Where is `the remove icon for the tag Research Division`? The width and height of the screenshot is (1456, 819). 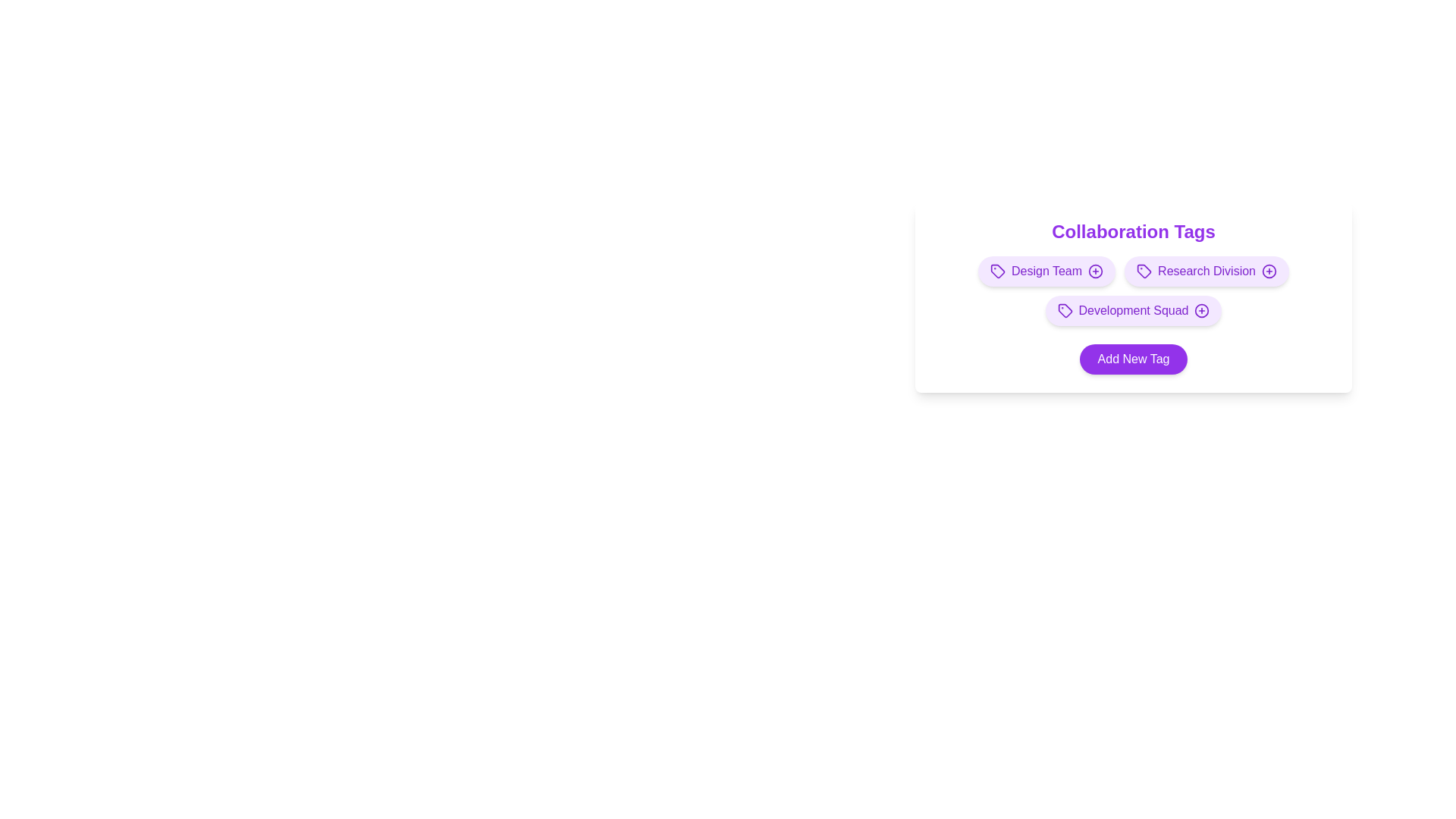 the remove icon for the tag Research Division is located at coordinates (1269, 271).